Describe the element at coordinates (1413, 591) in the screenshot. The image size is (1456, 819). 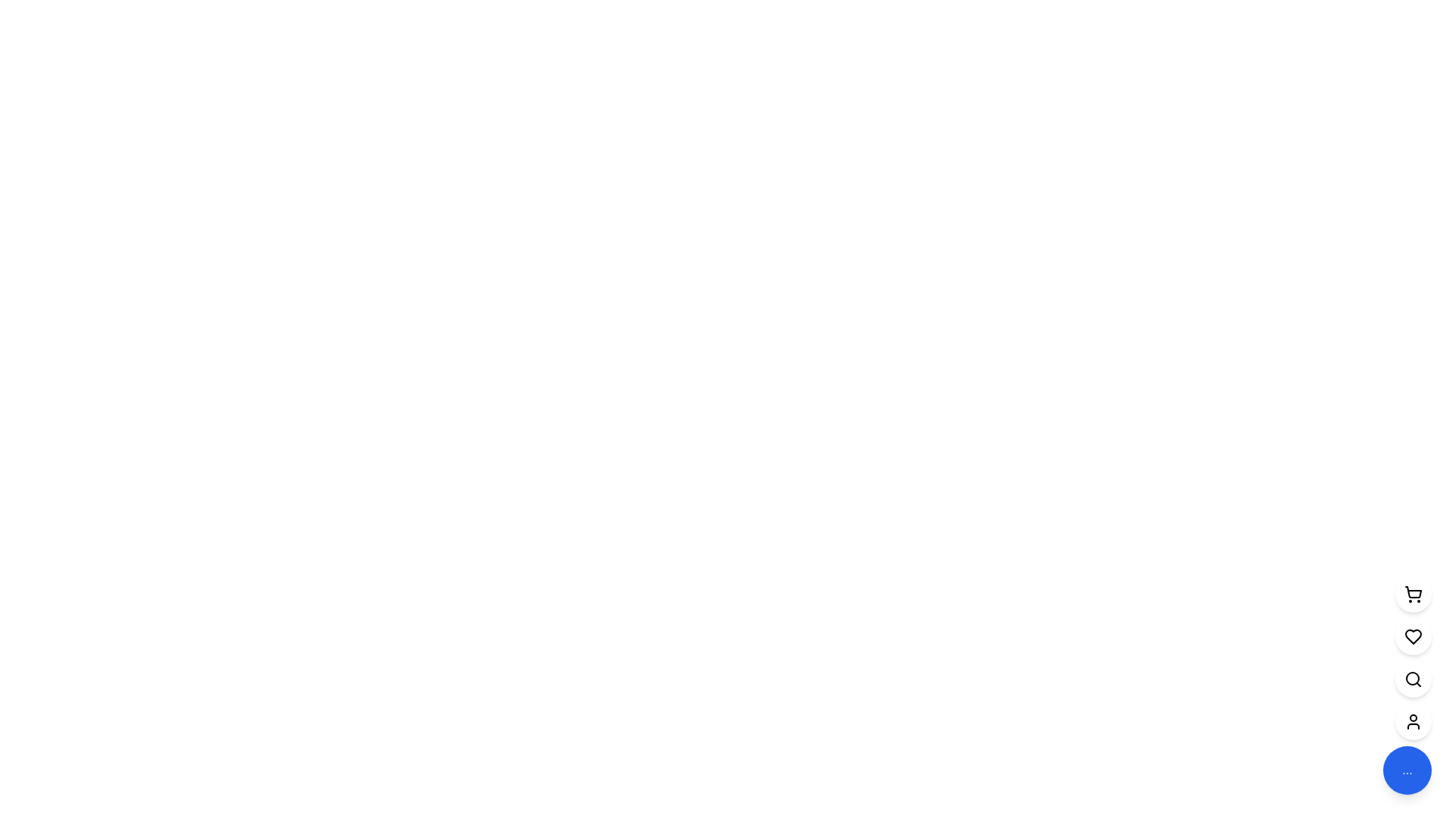
I see `the basket portion of the shopping cart icon located in the top-right corner of the vertical toolbar` at that location.